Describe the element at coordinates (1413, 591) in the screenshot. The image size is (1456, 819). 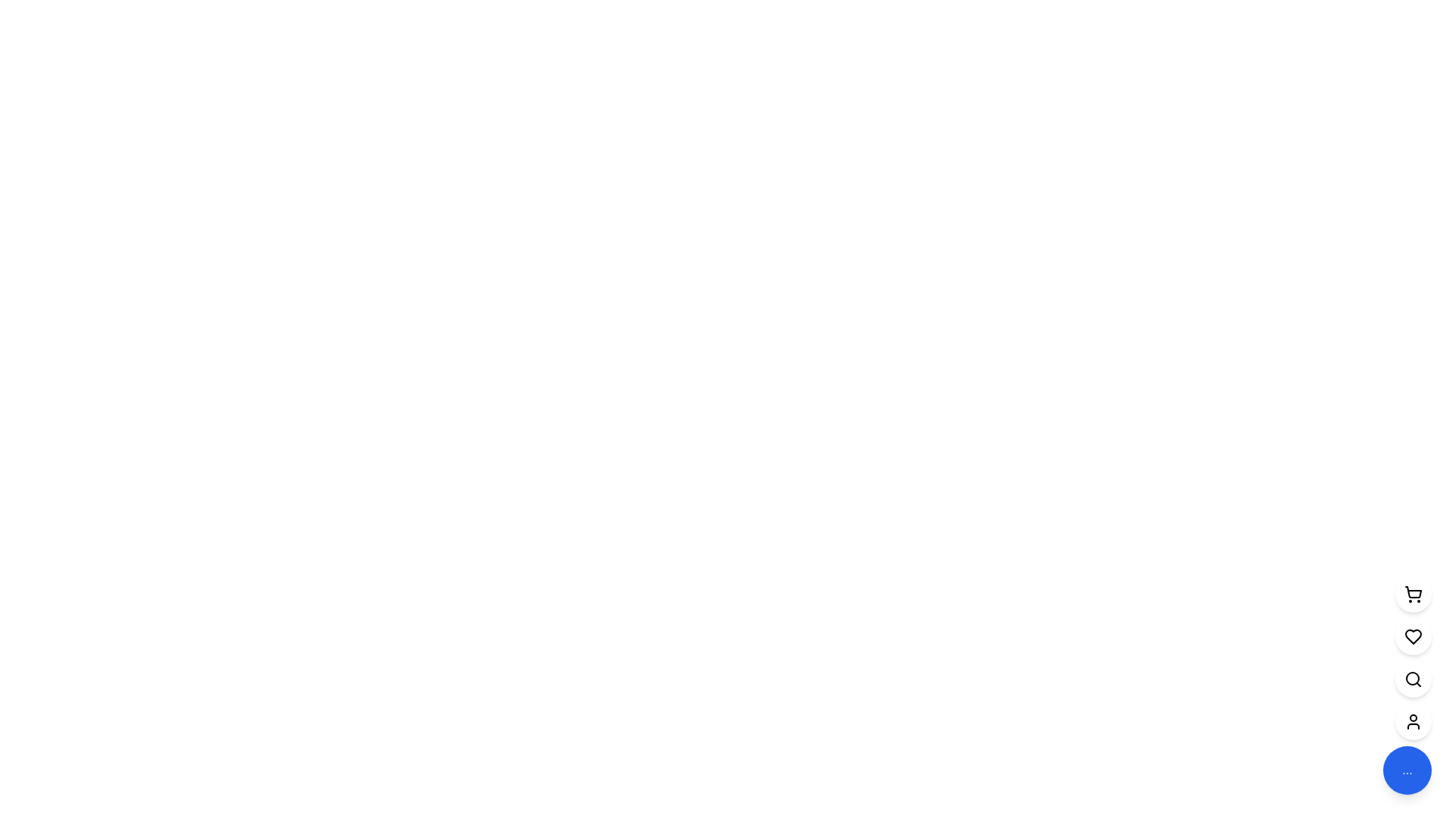
I see `the basket portion of the shopping cart icon located in the top-right corner of the vertical toolbar` at that location.